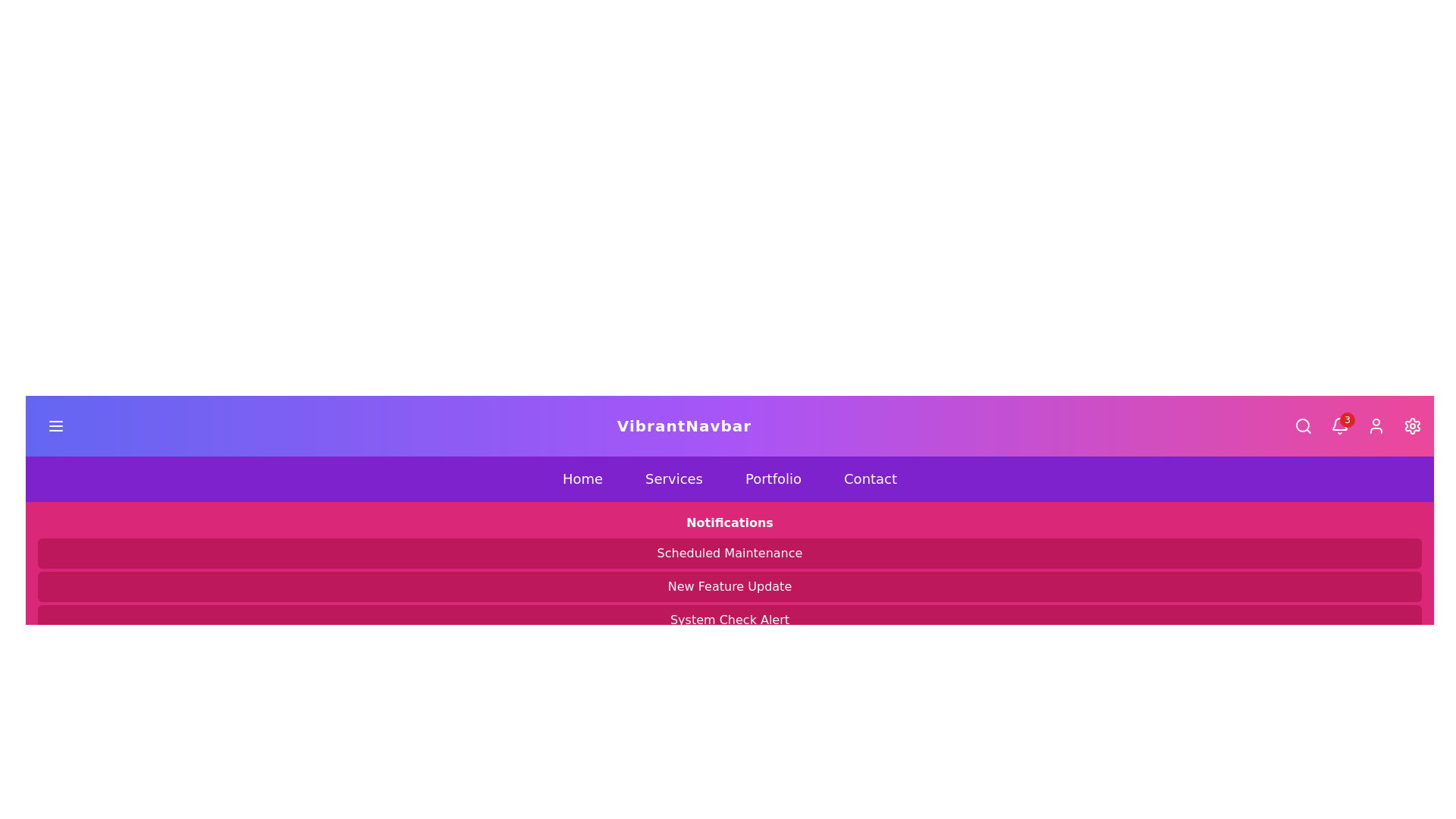 This screenshot has width=1456, height=819. What do you see at coordinates (1302, 426) in the screenshot?
I see `the search icon button located on the right side of the navigation bar, adjacent to the notification bell` at bounding box center [1302, 426].